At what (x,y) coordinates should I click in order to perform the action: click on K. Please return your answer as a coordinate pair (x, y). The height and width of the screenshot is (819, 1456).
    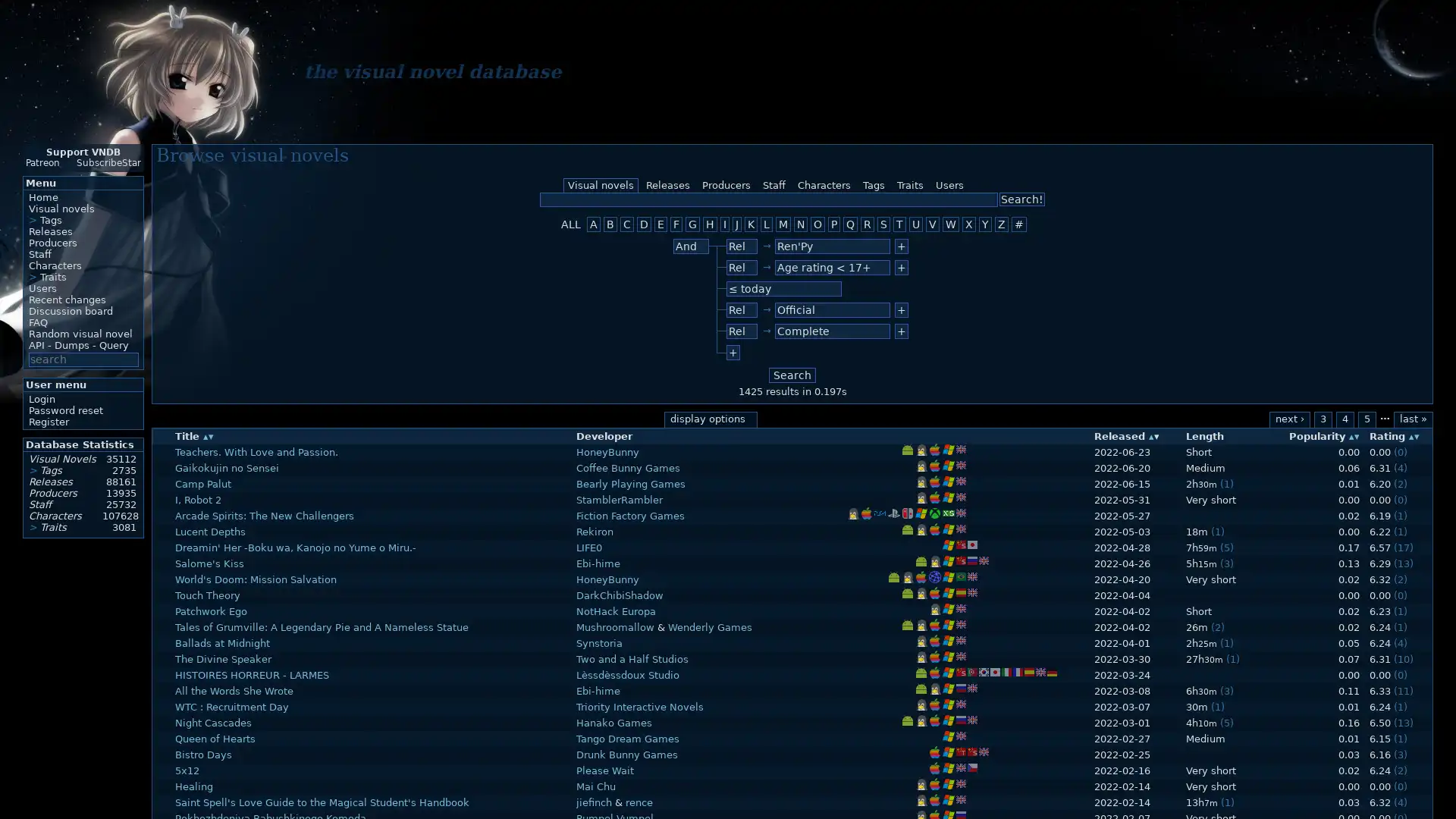
    Looking at the image, I should click on (751, 224).